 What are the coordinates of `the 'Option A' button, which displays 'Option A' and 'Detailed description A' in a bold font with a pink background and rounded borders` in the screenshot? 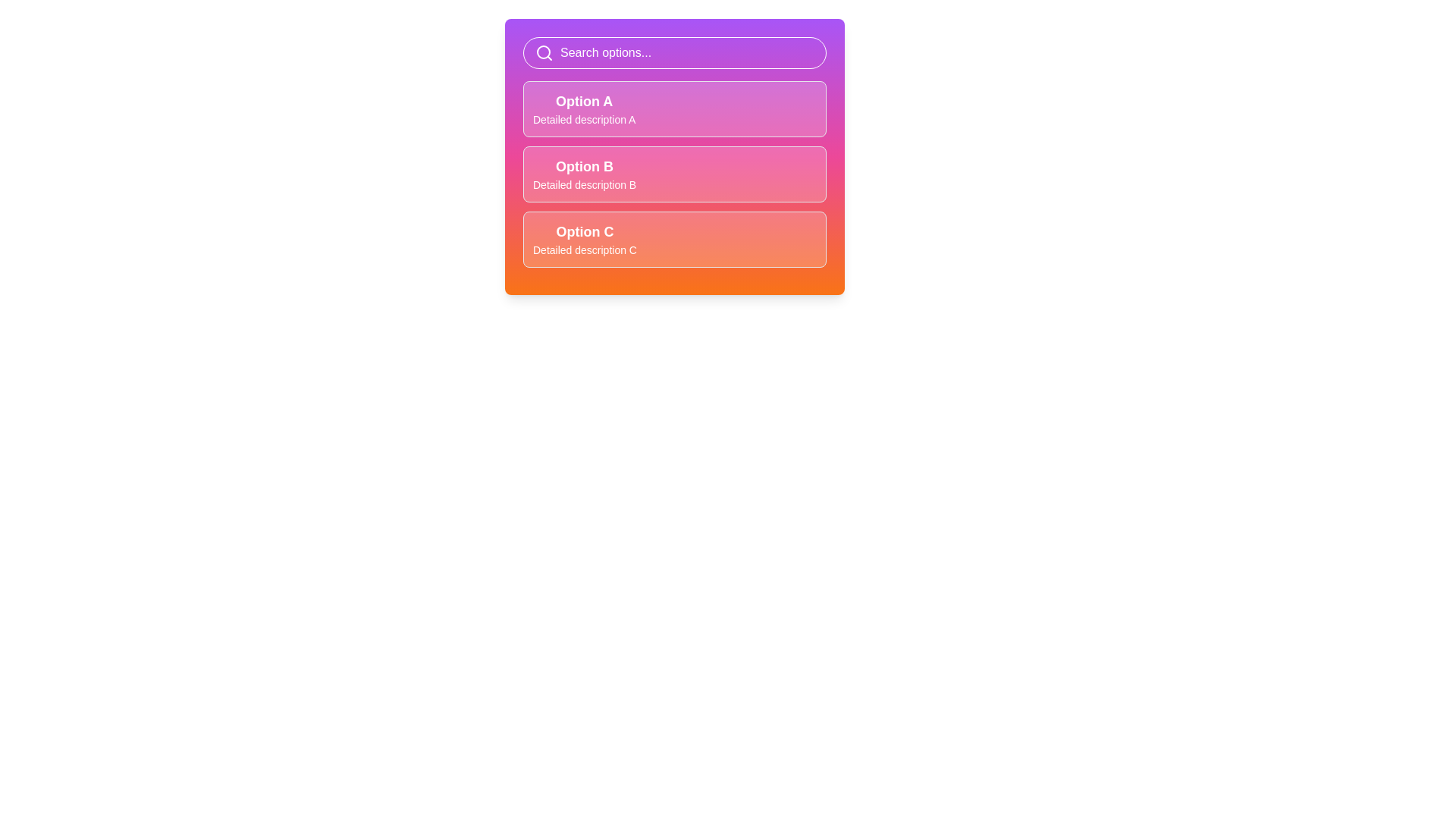 It's located at (673, 108).